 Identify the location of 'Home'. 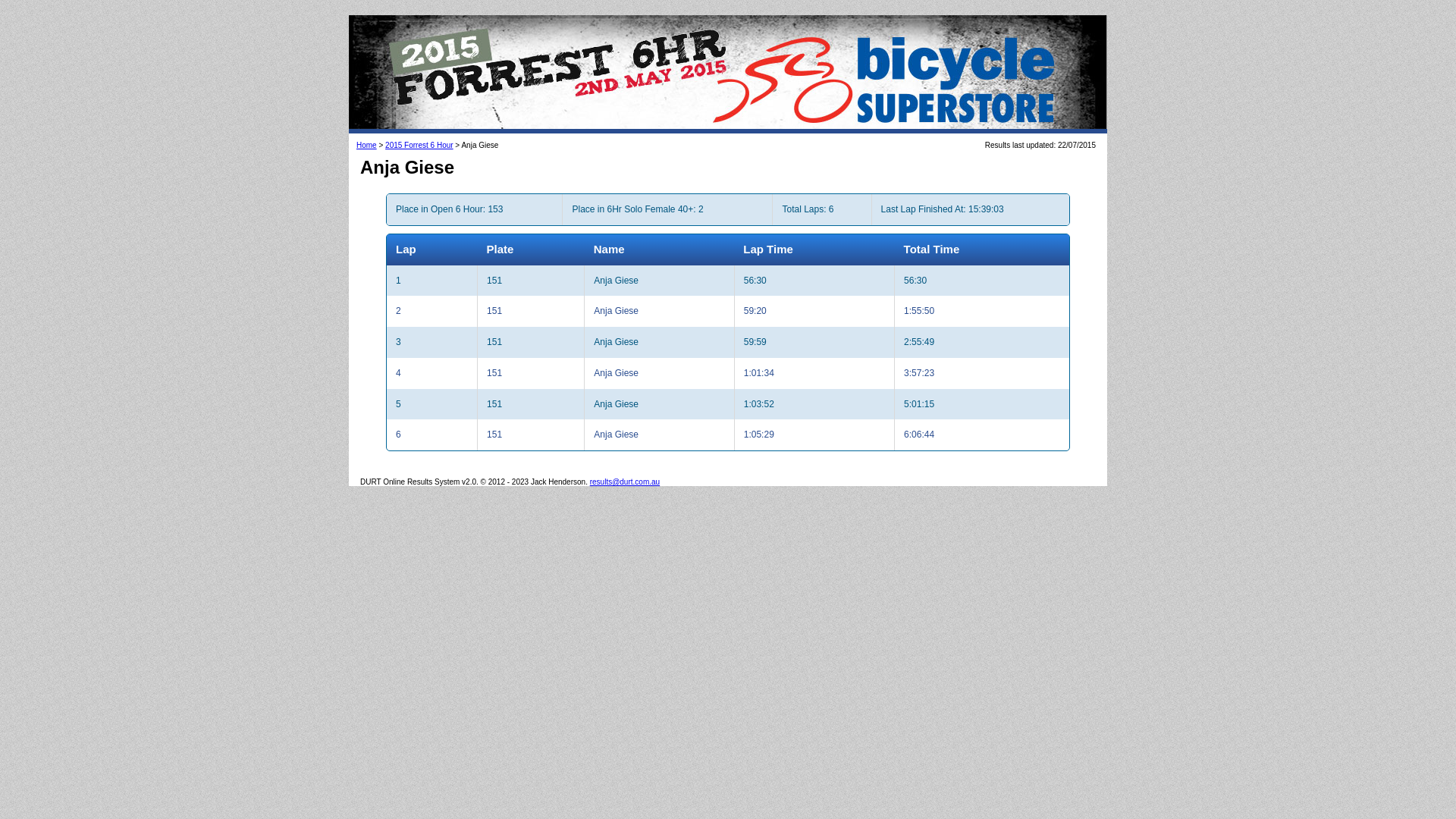
(356, 145).